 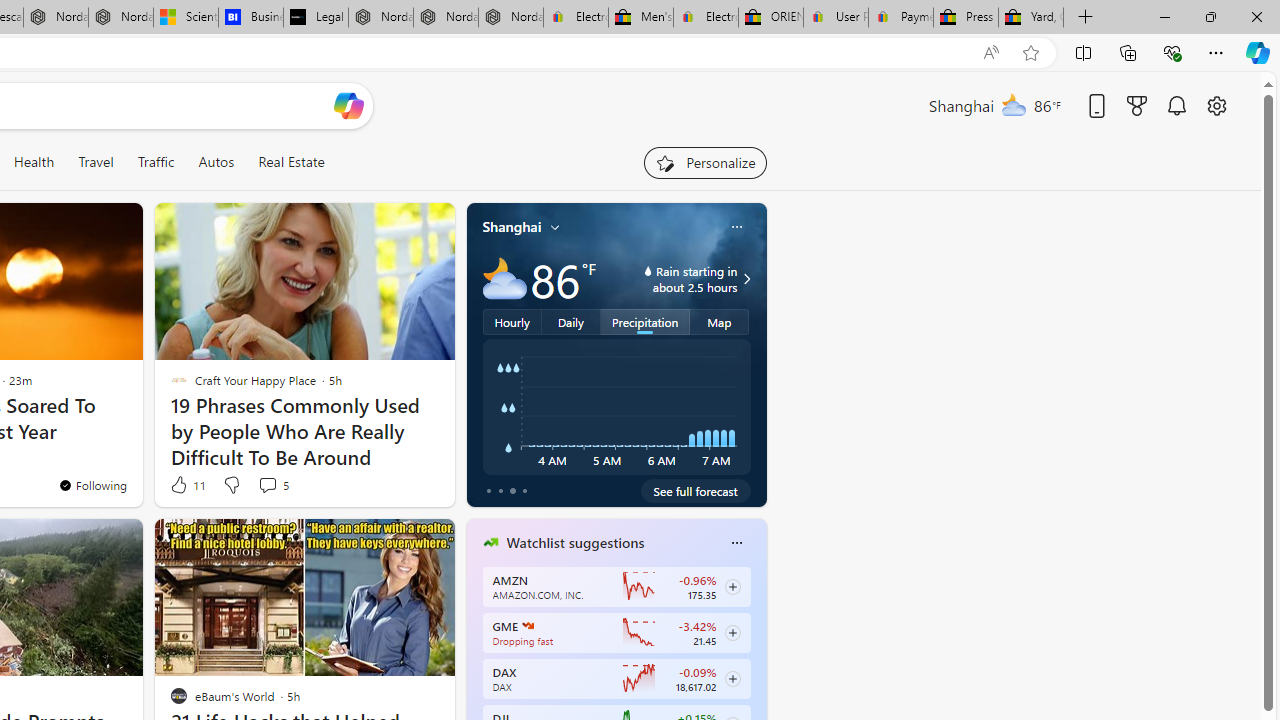 What do you see at coordinates (966, 17) in the screenshot?
I see `'Press Room - eBay Inc.'` at bounding box center [966, 17].